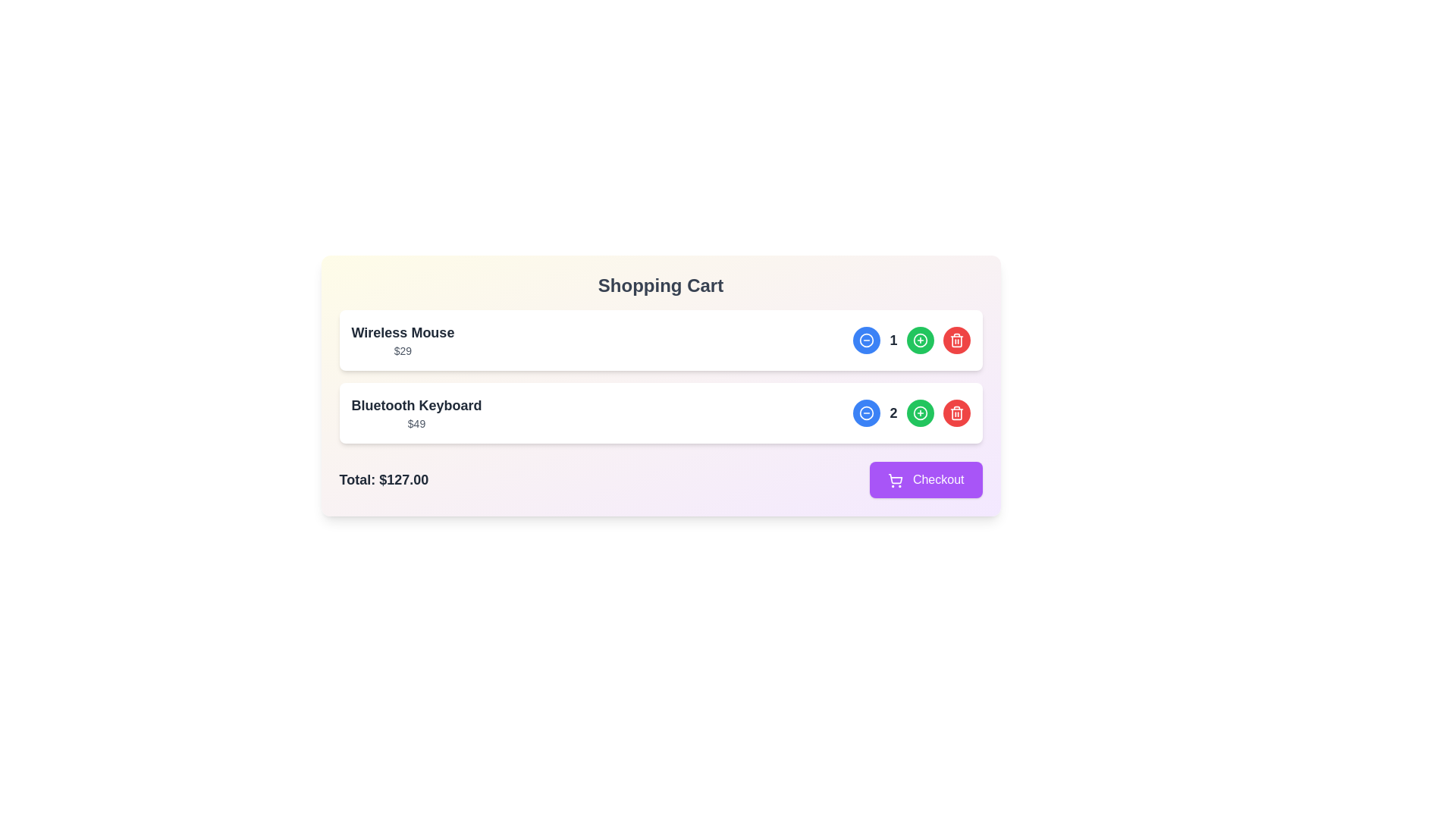 This screenshot has width=1456, height=819. I want to click on the circular blue decrement button with a white minus sign, so click(867, 339).